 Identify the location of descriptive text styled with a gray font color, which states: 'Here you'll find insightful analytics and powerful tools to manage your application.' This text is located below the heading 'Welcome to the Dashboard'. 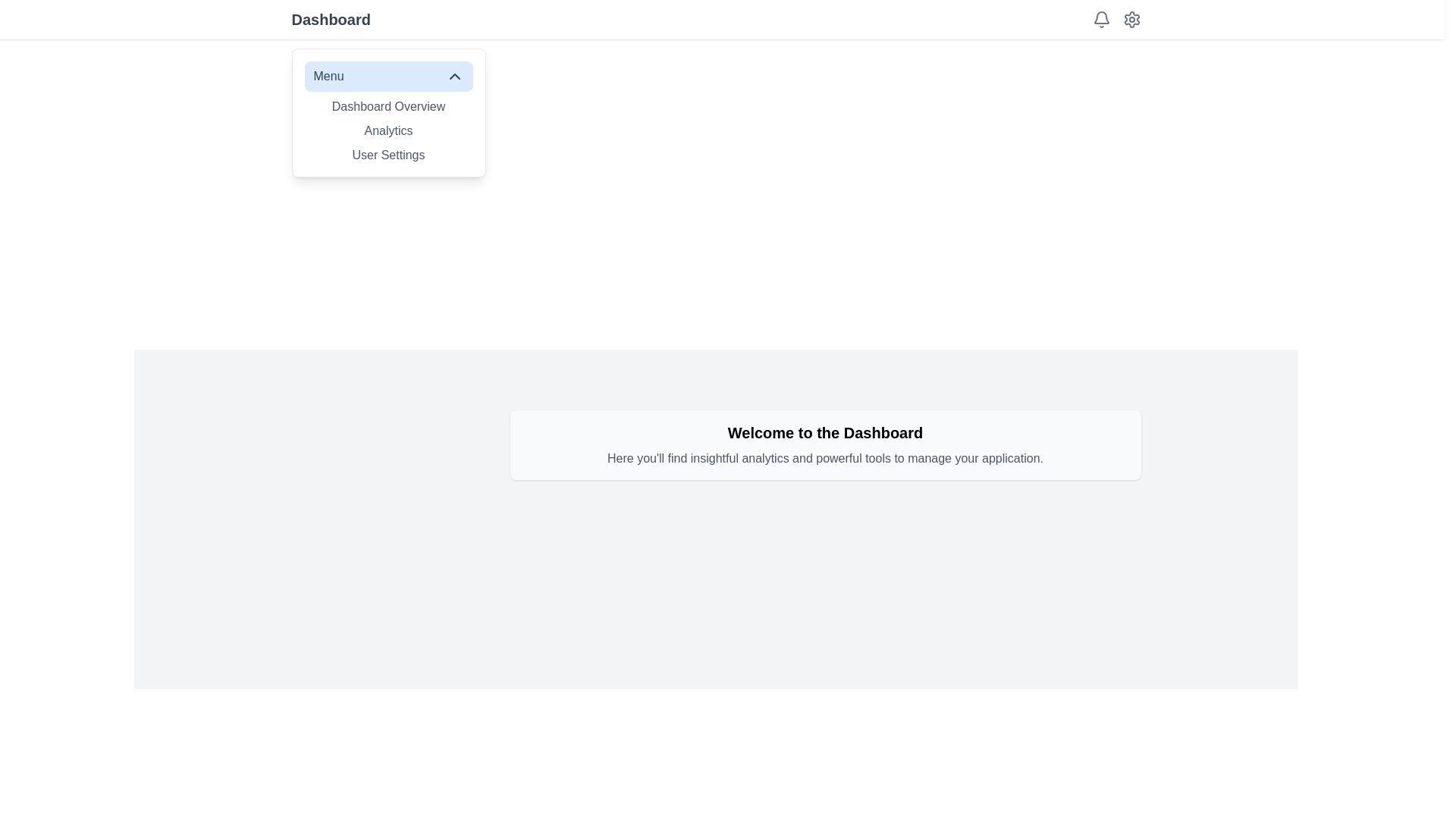
(824, 458).